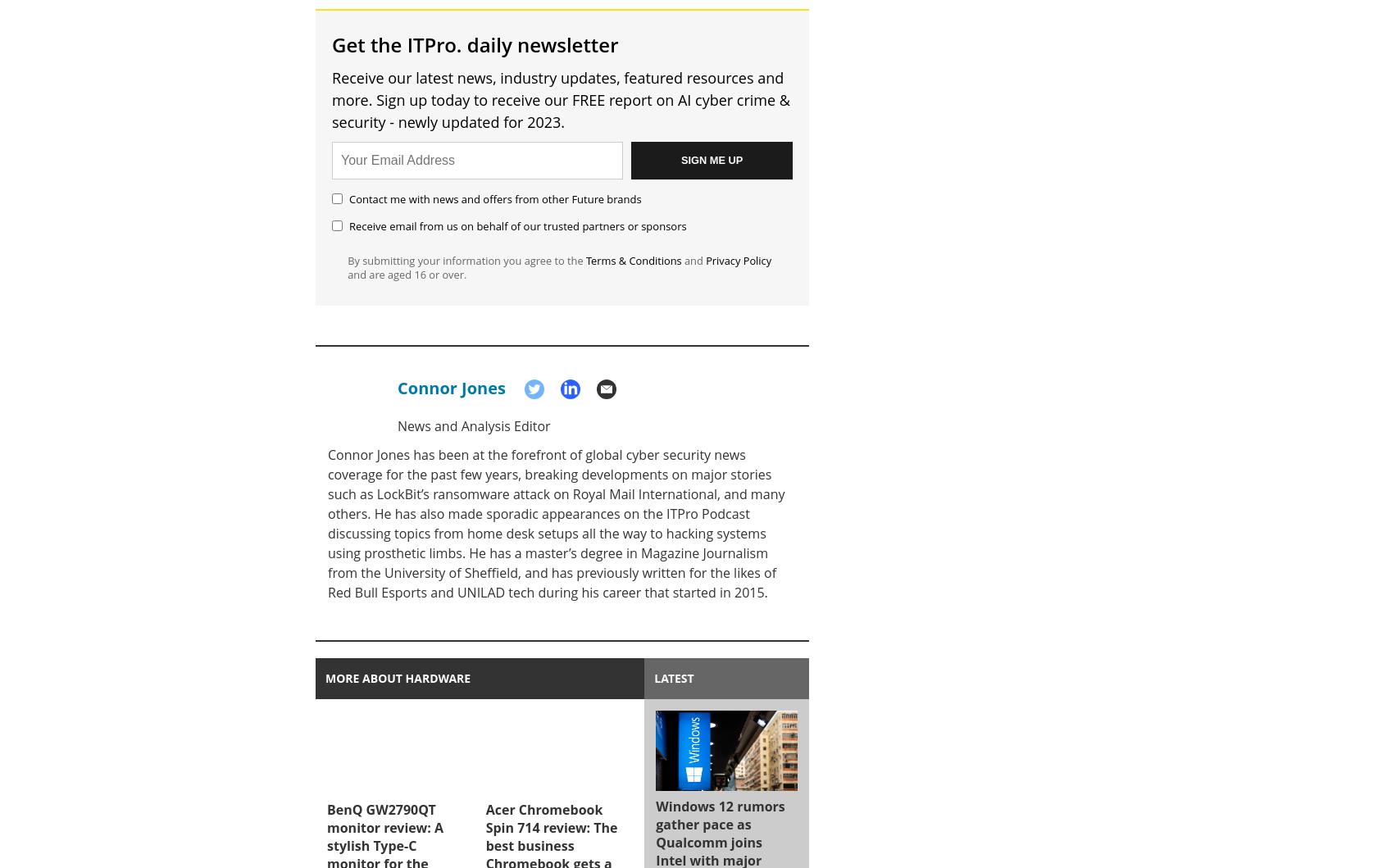  I want to click on 'Receive our latest news, industry updates, featured resources and more. Sign up today to receive our FREE report on AI cyber crime & security - newly updated for 2023.', so click(332, 98).